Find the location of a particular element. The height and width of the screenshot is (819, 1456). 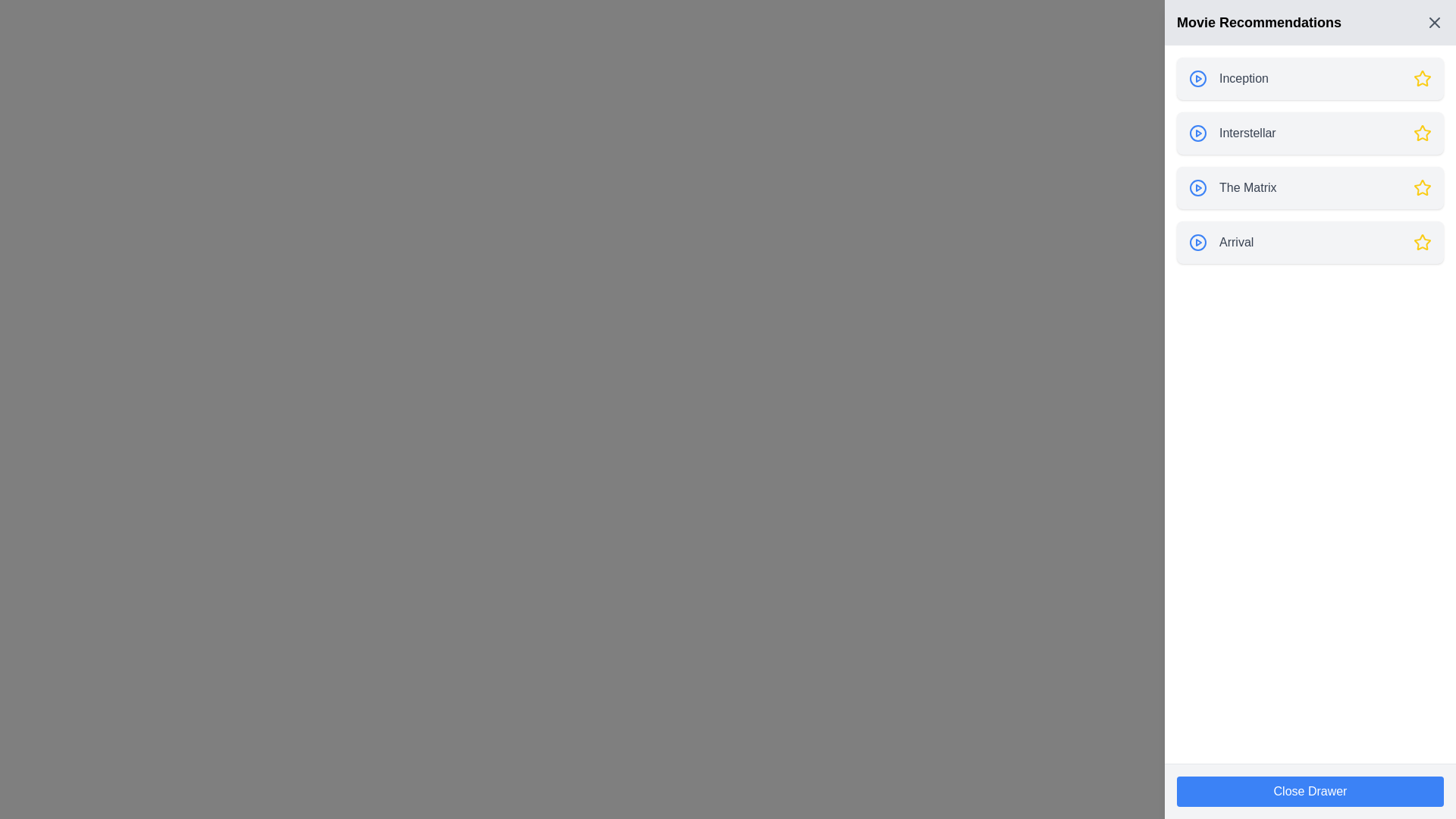

the circular play button with a blue border associated with 'The Matrix' is located at coordinates (1197, 187).